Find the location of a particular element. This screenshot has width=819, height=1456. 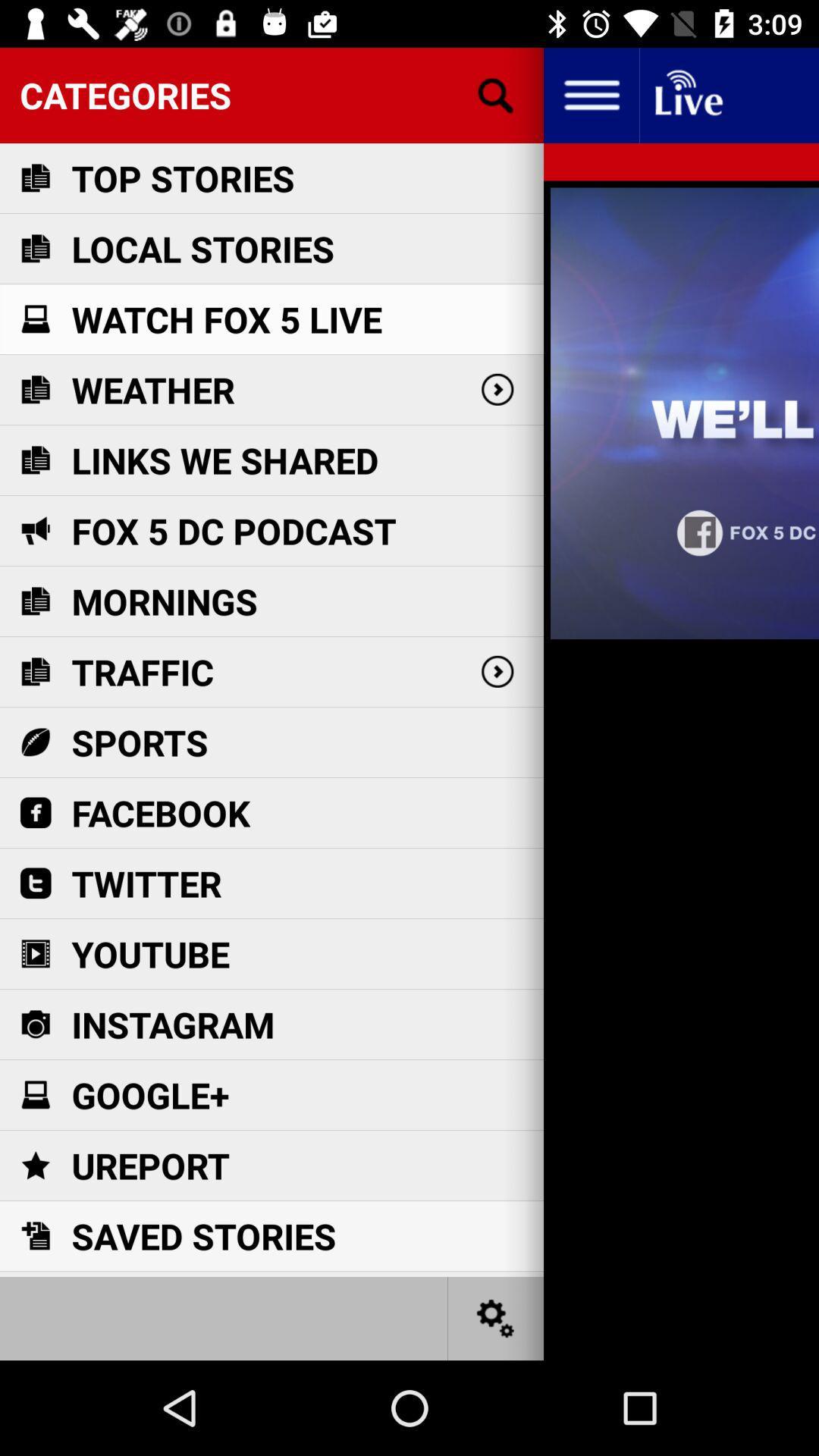

item below sports is located at coordinates (161, 812).